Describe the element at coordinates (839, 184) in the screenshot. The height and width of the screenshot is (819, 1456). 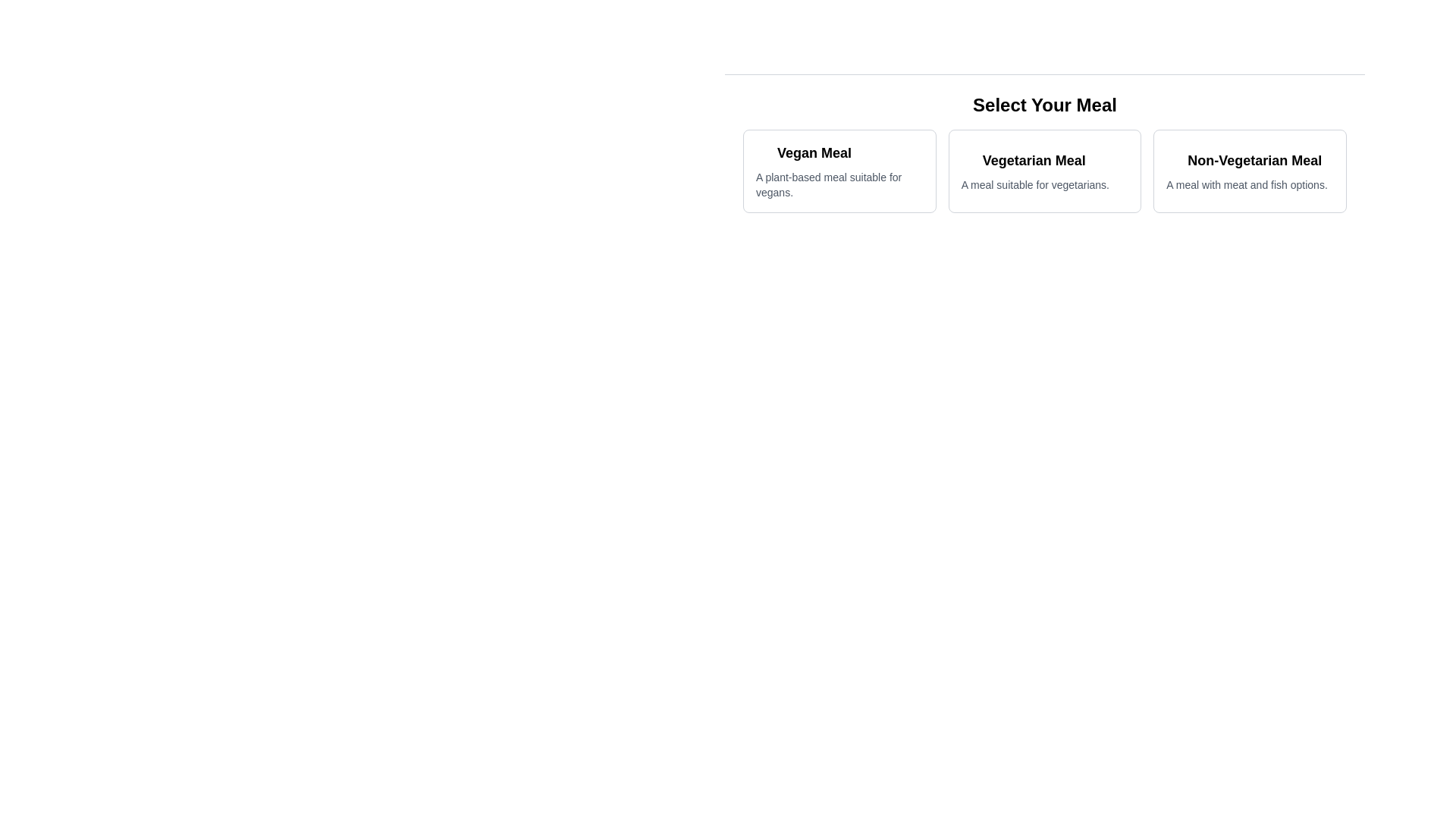
I see `the informational text label providing details about the 'Vegan Meal' option, located directly below the 'Vegan Meal' title in the leftmost card` at that location.